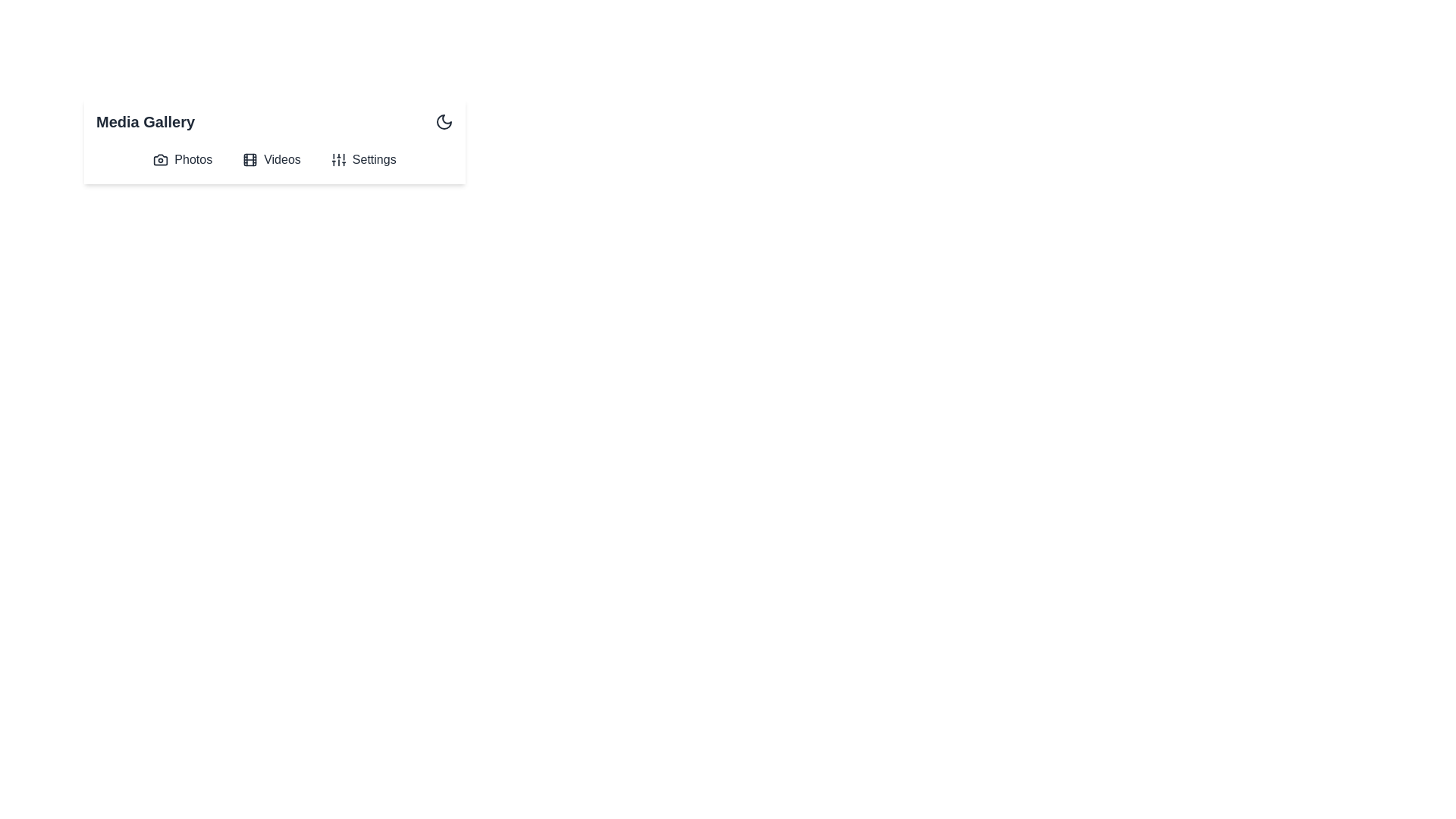 This screenshot has width=1456, height=819. Describe the element at coordinates (182, 160) in the screenshot. I see `the Photos button to open the Photos view` at that location.